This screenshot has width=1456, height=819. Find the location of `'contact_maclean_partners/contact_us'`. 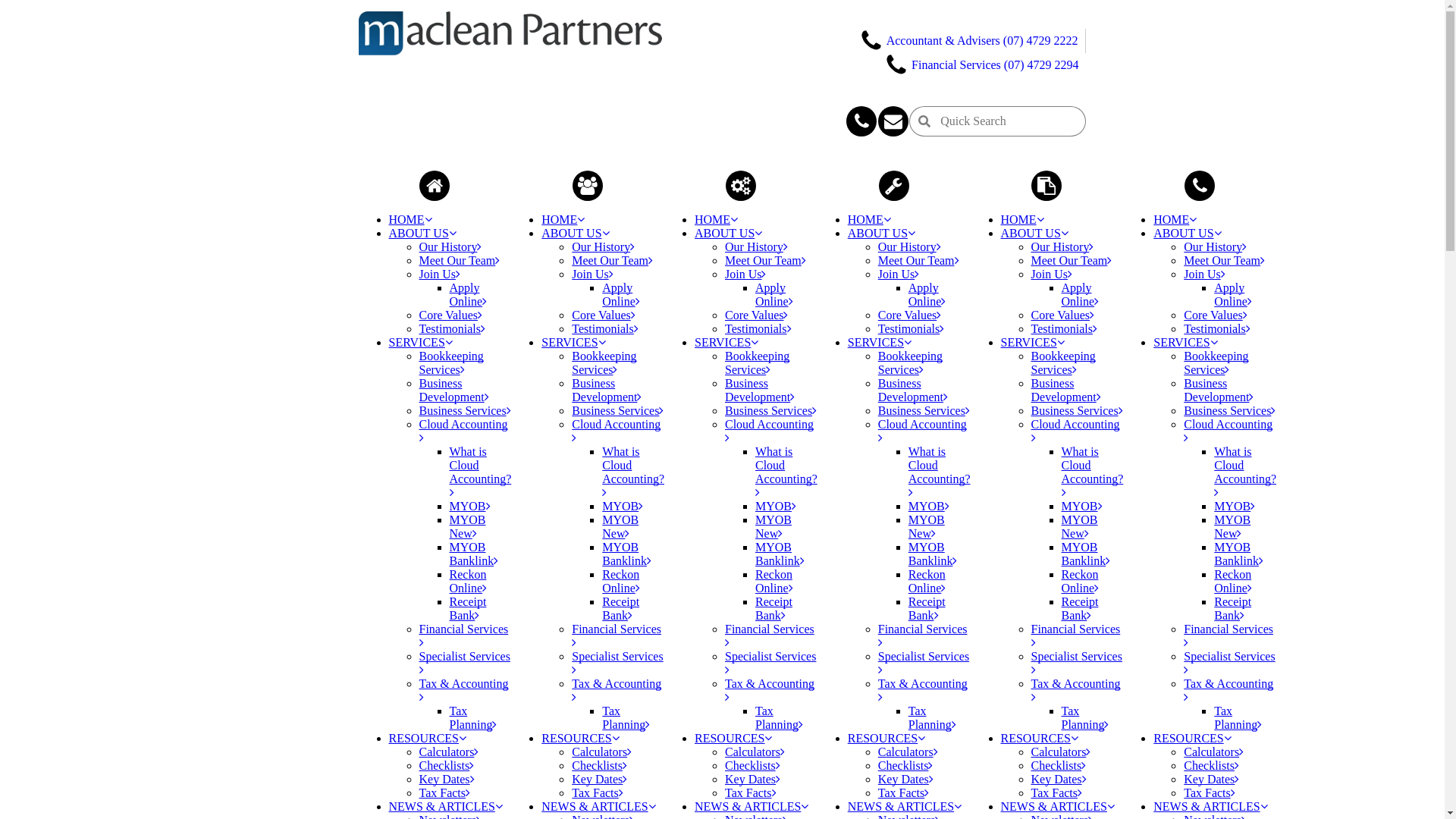

'contact_maclean_partners/contact_us' is located at coordinates (861, 120).